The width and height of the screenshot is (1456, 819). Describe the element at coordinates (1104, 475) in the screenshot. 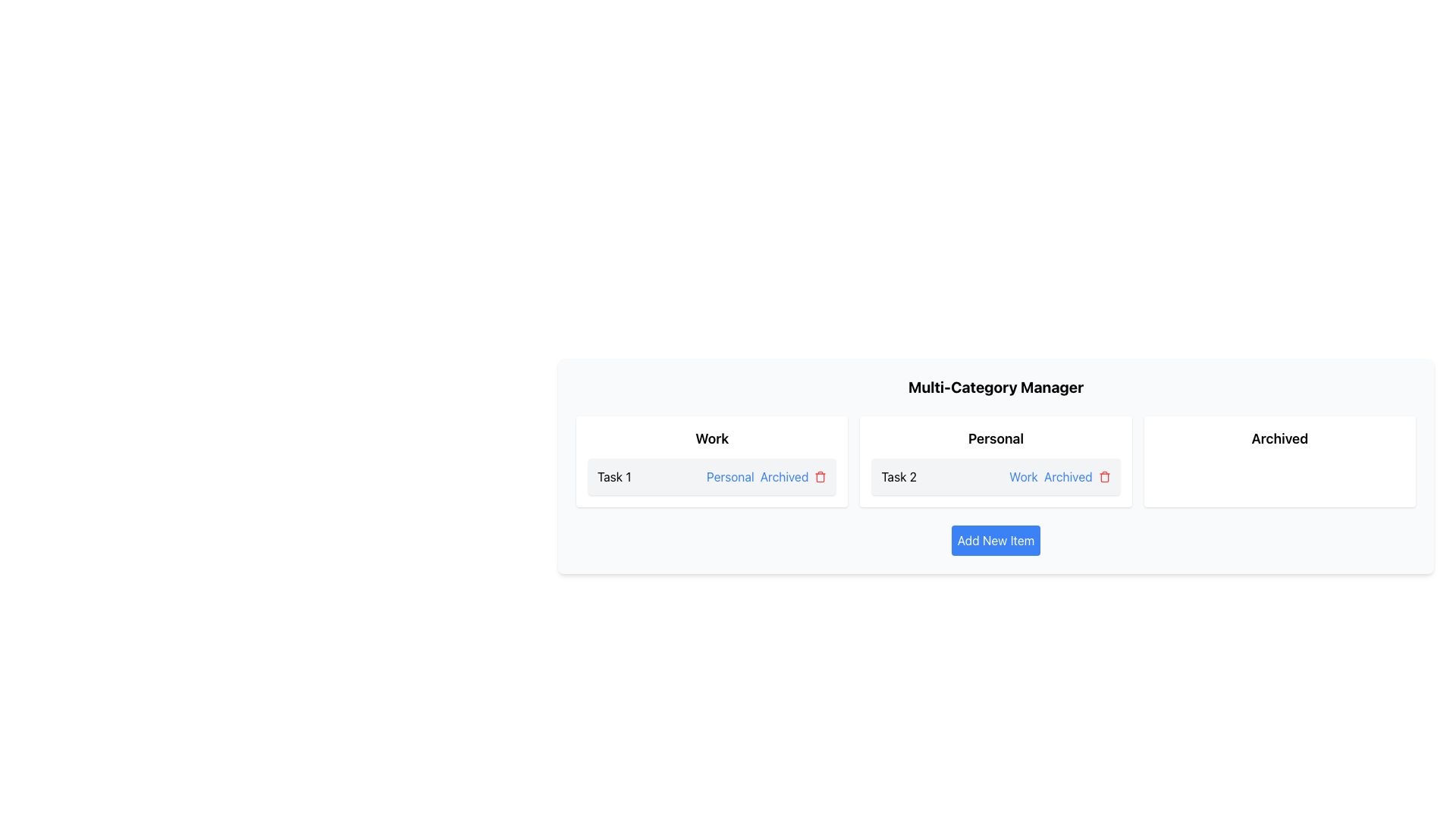

I see `the delete button located in the 'Personal' category section, positioned to the right of the 'Work' and 'Archived' text links in the task's control options row` at that location.